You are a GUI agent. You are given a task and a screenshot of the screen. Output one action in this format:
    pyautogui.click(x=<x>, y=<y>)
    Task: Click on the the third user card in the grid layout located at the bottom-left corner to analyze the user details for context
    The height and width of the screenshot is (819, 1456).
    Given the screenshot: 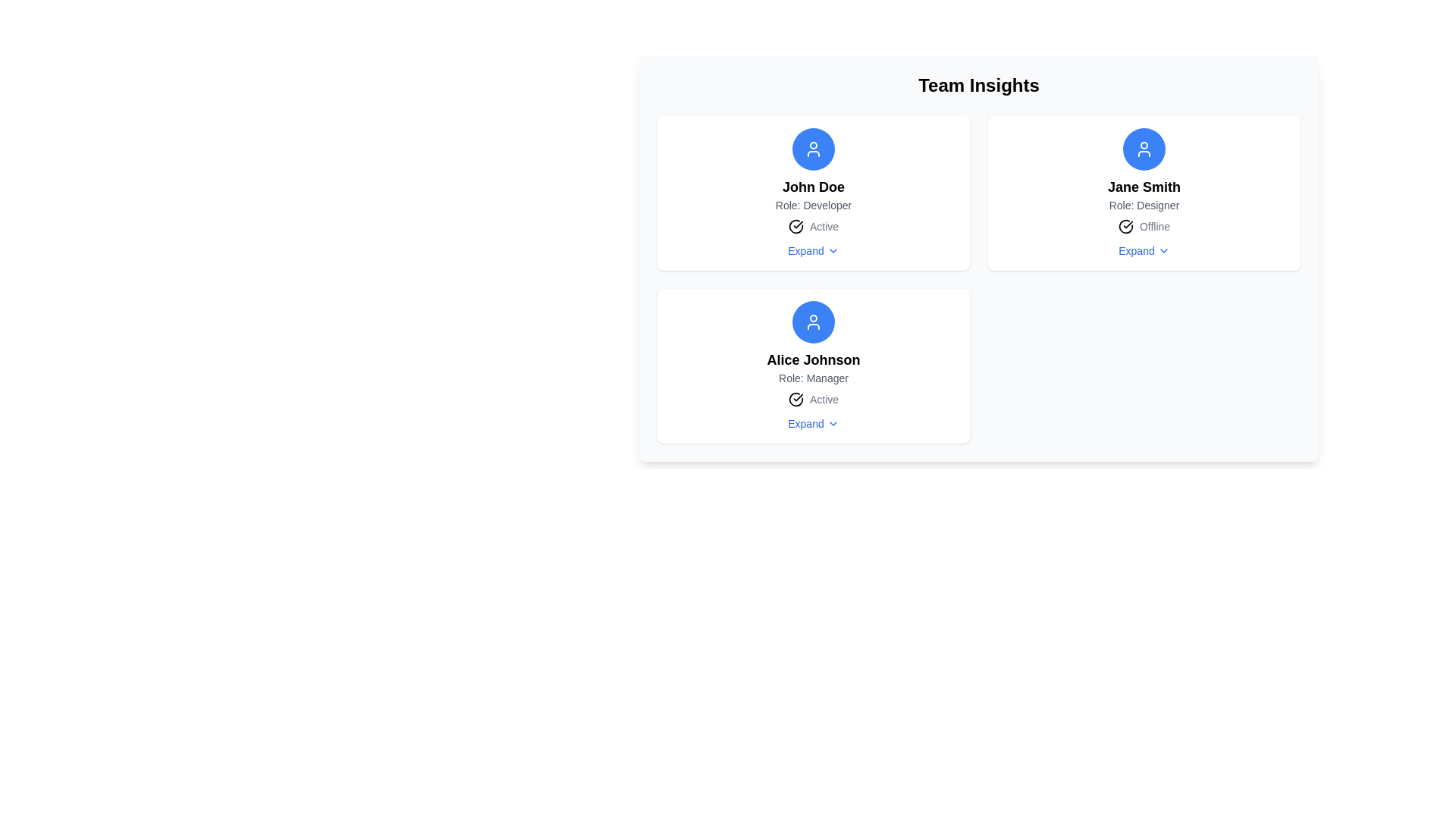 What is the action you would take?
    pyautogui.click(x=813, y=366)
    